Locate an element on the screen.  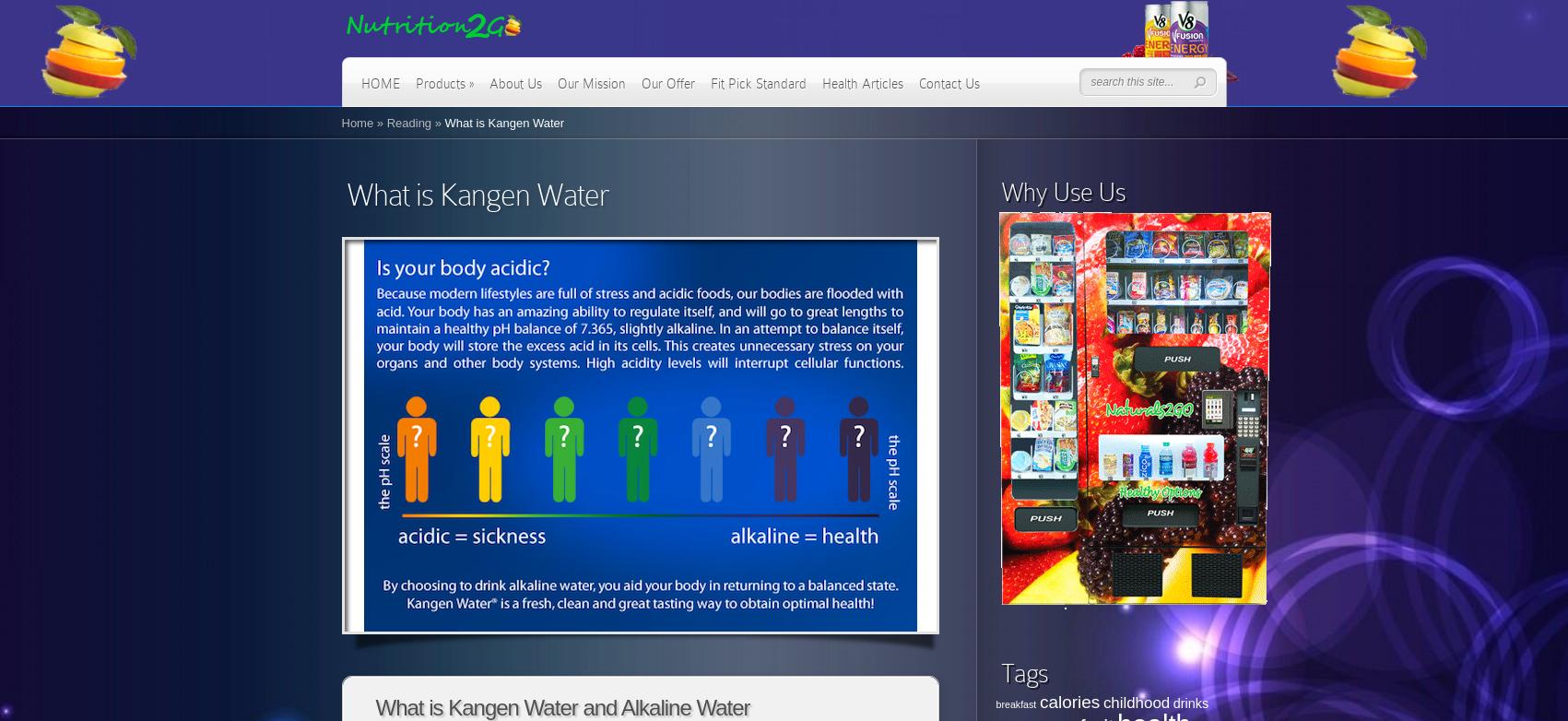
'Reading' is located at coordinates (384, 123).